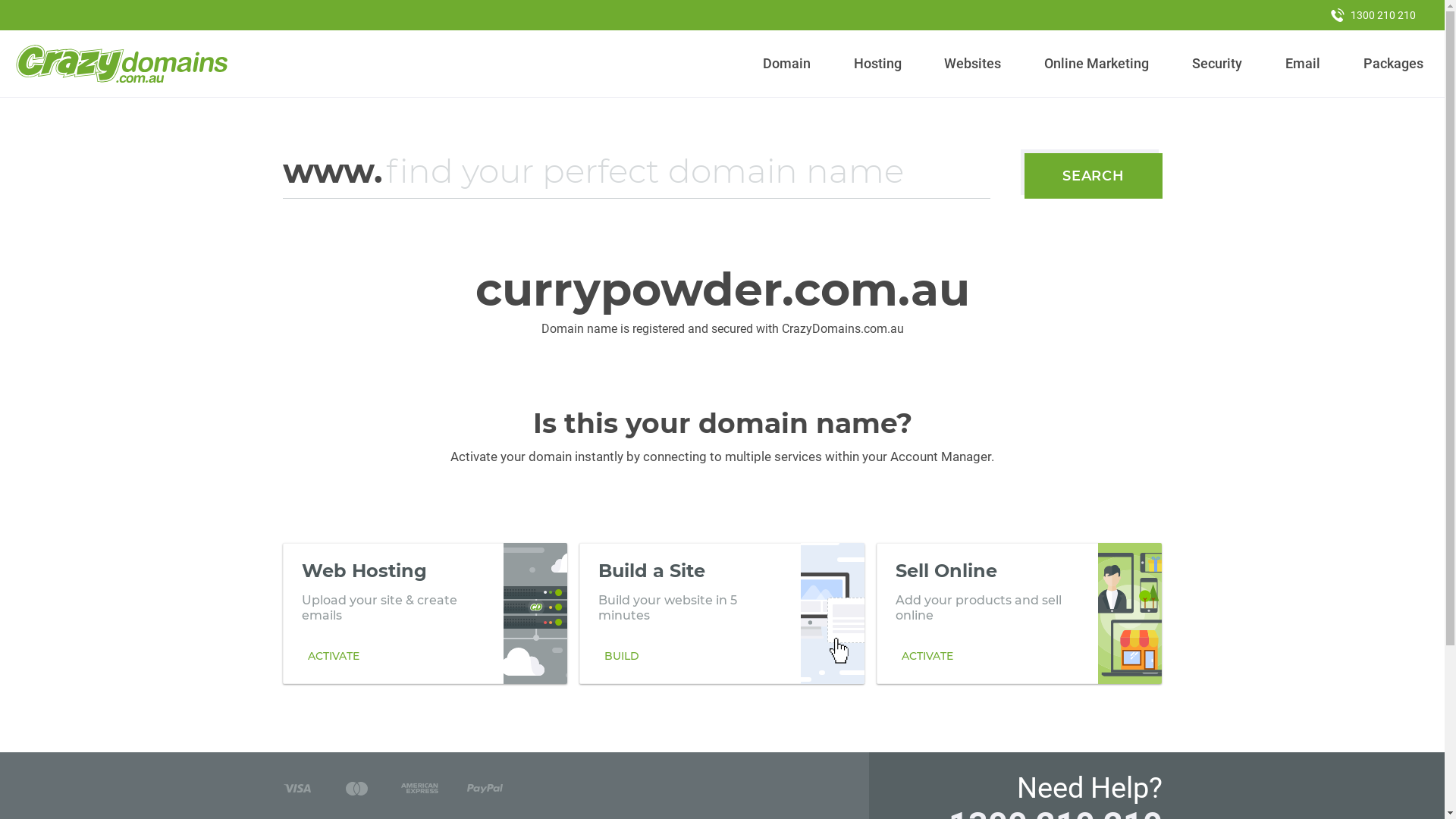 The height and width of the screenshot is (819, 1456). Describe the element at coordinates (425, 613) in the screenshot. I see `'Web Hosting` at that location.